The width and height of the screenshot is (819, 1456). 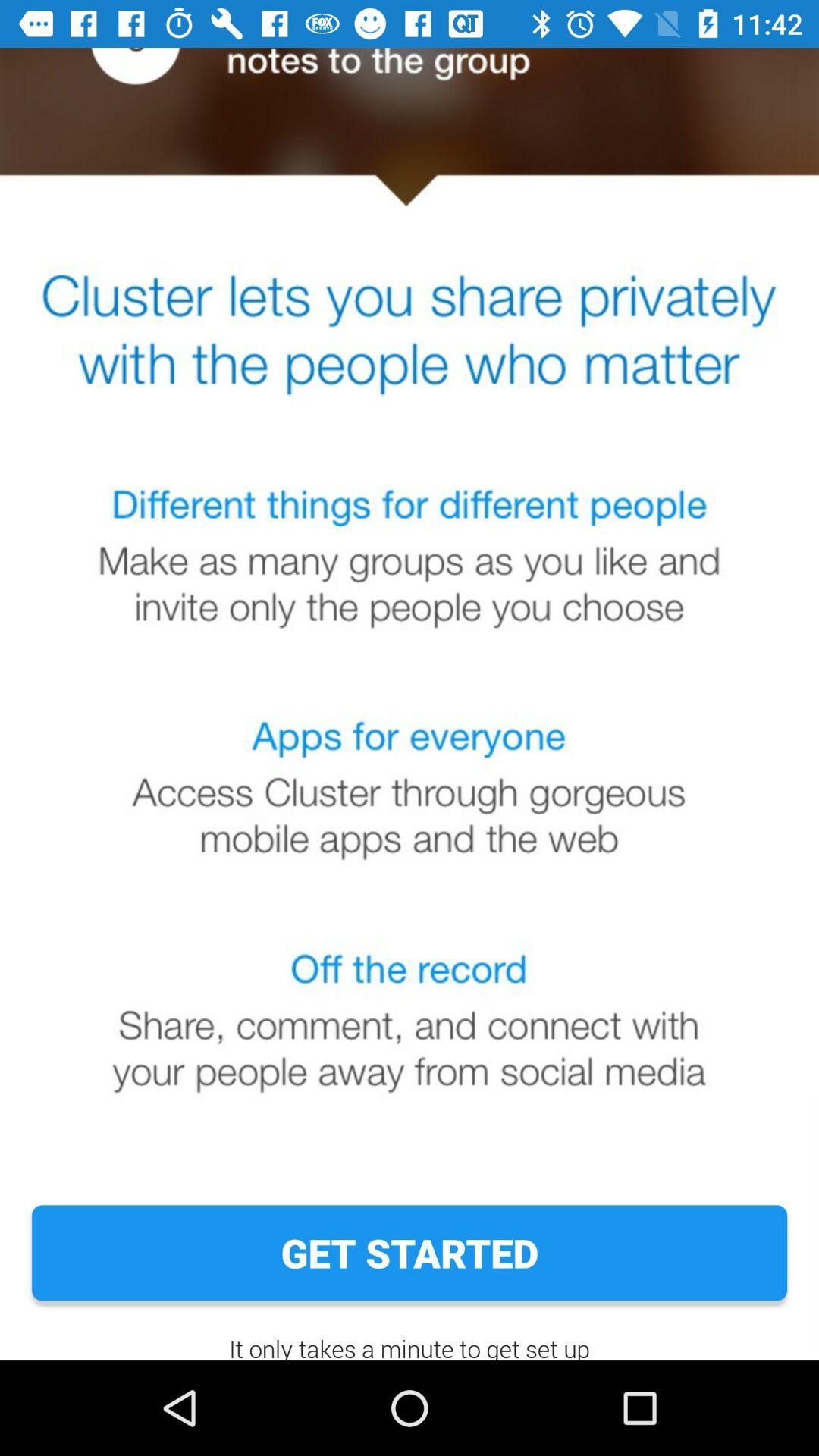 I want to click on get started item, so click(x=409, y=1253).